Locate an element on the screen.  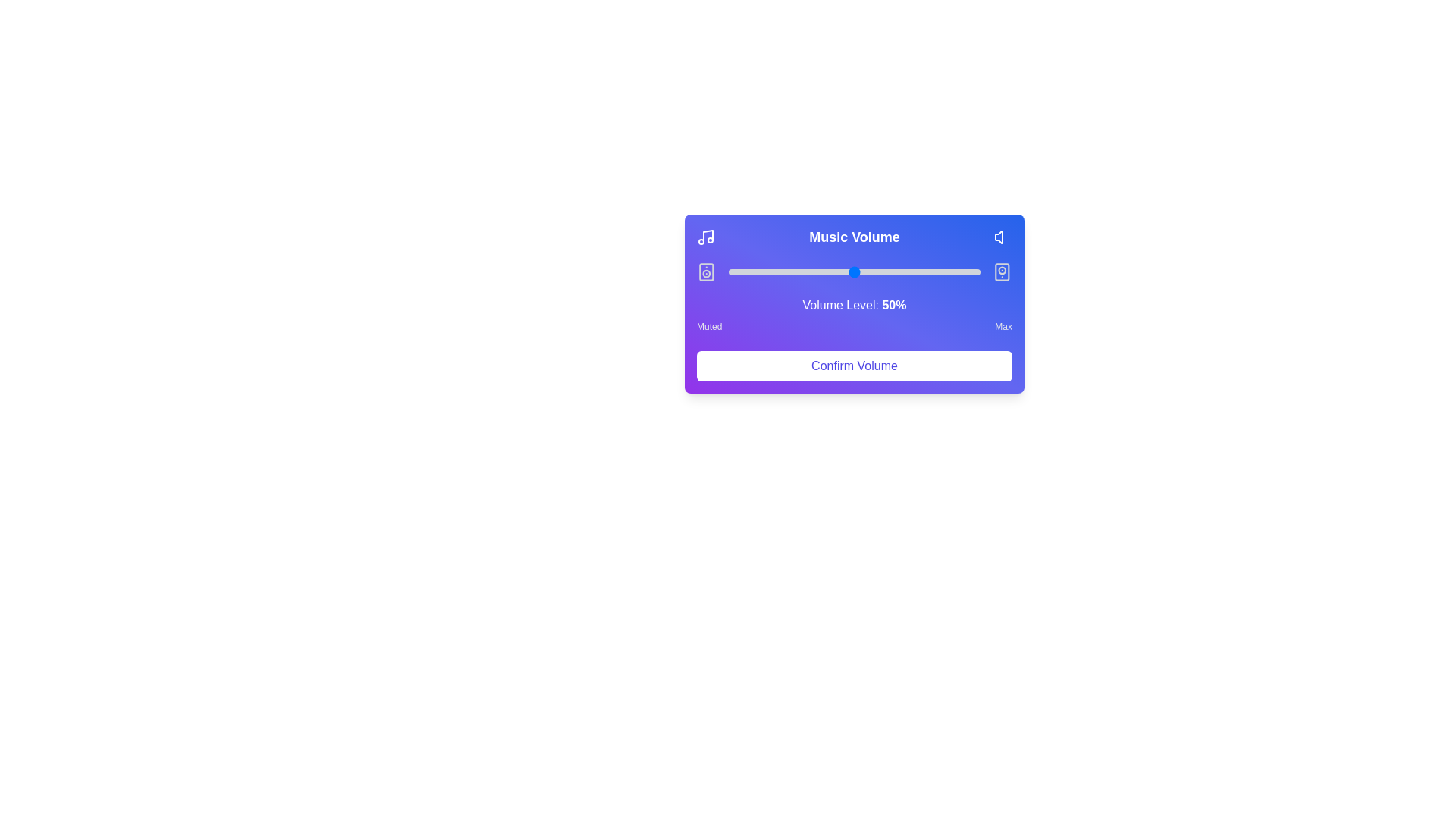
'Confirm Volume' button to confirm the selected volume is located at coordinates (855, 366).